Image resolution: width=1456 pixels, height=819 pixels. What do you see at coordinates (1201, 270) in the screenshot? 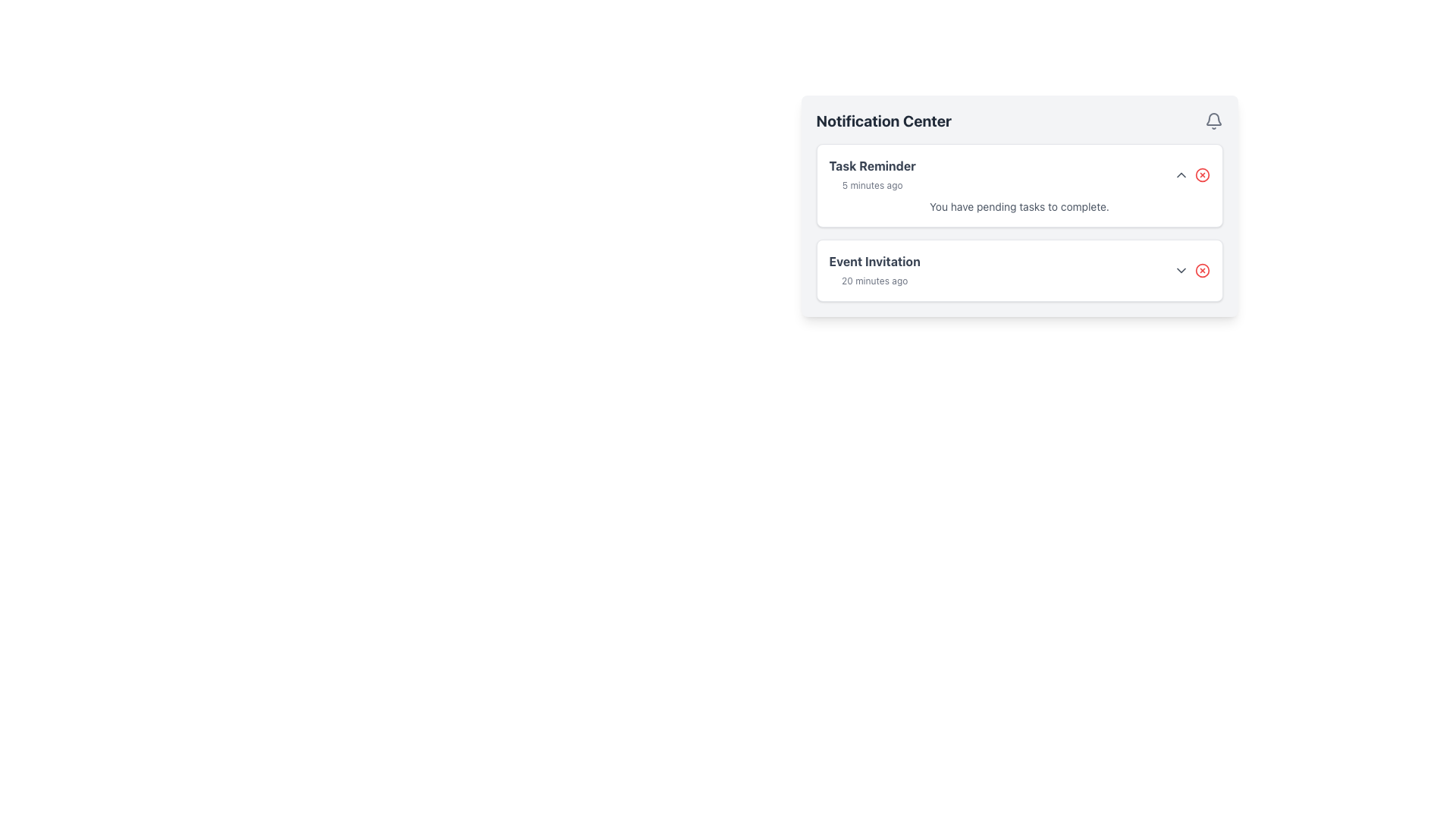
I see `the dismiss button located in the bottom-right corner of the 'Event Invitation' notification item` at bounding box center [1201, 270].